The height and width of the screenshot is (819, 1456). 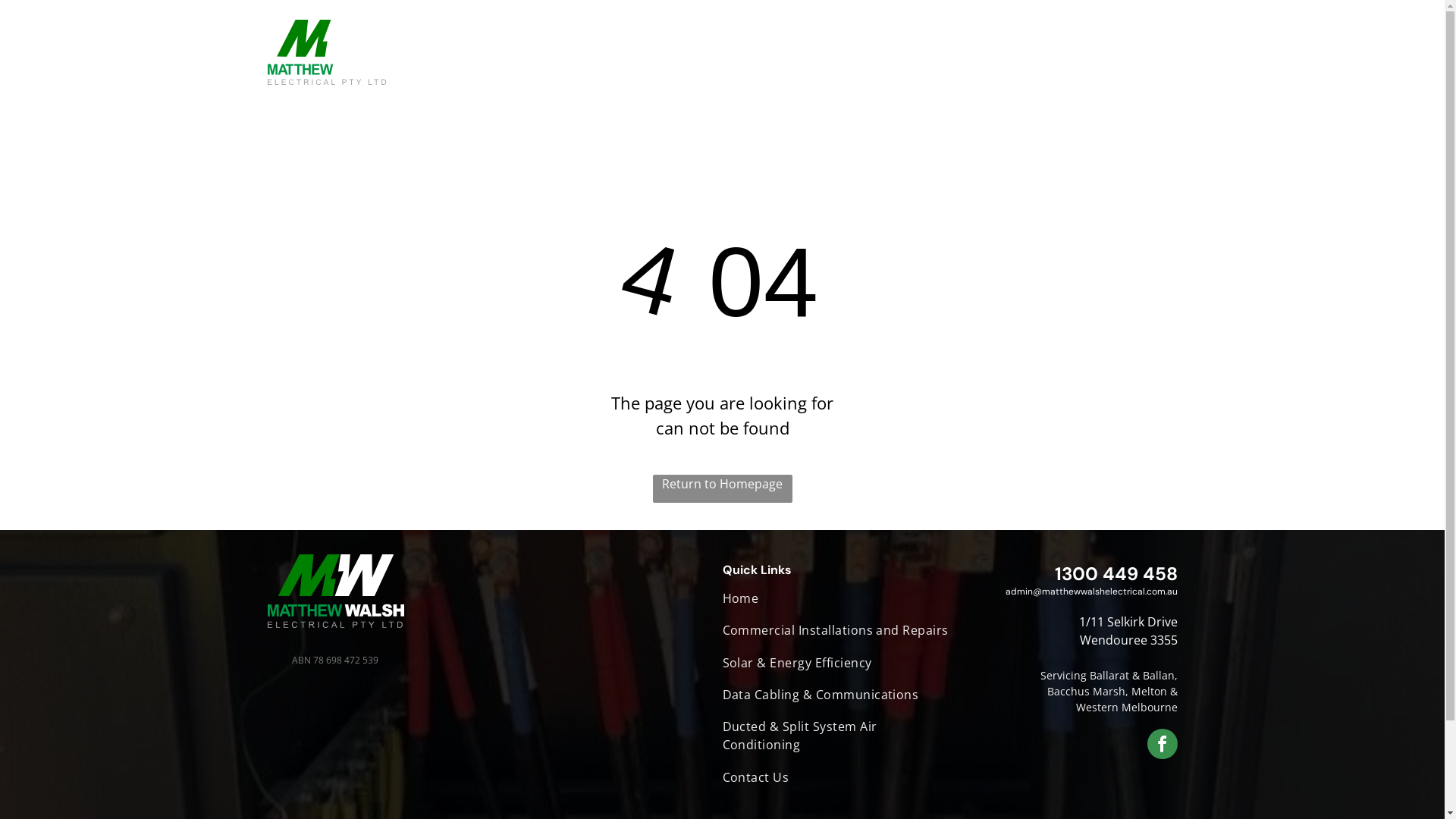 What do you see at coordinates (835, 738) in the screenshot?
I see `'Ducted & Split System Air Conditioning'` at bounding box center [835, 738].